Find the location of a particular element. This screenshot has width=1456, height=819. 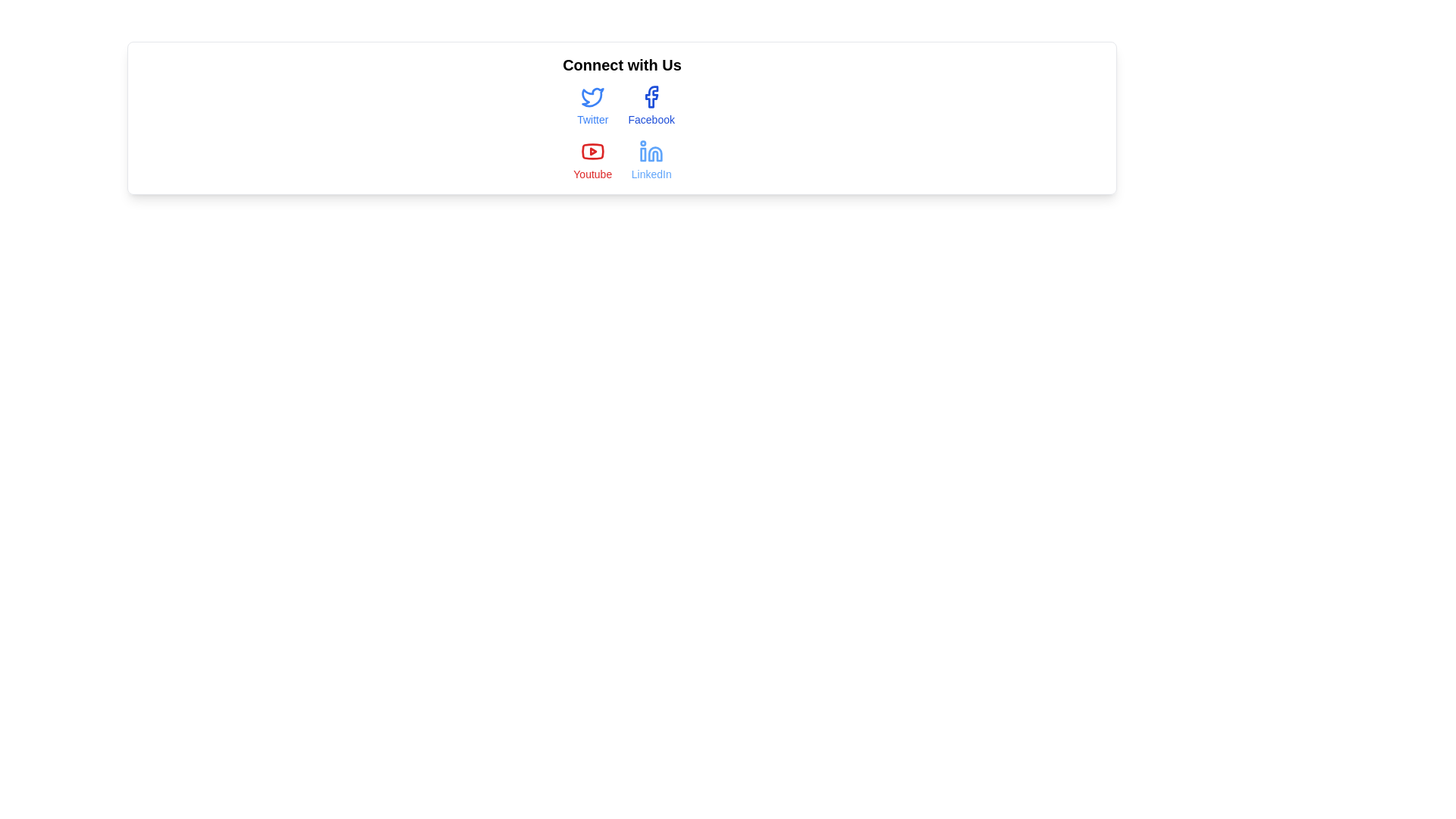

the Facebook button-like hyperlink is located at coordinates (651, 105).